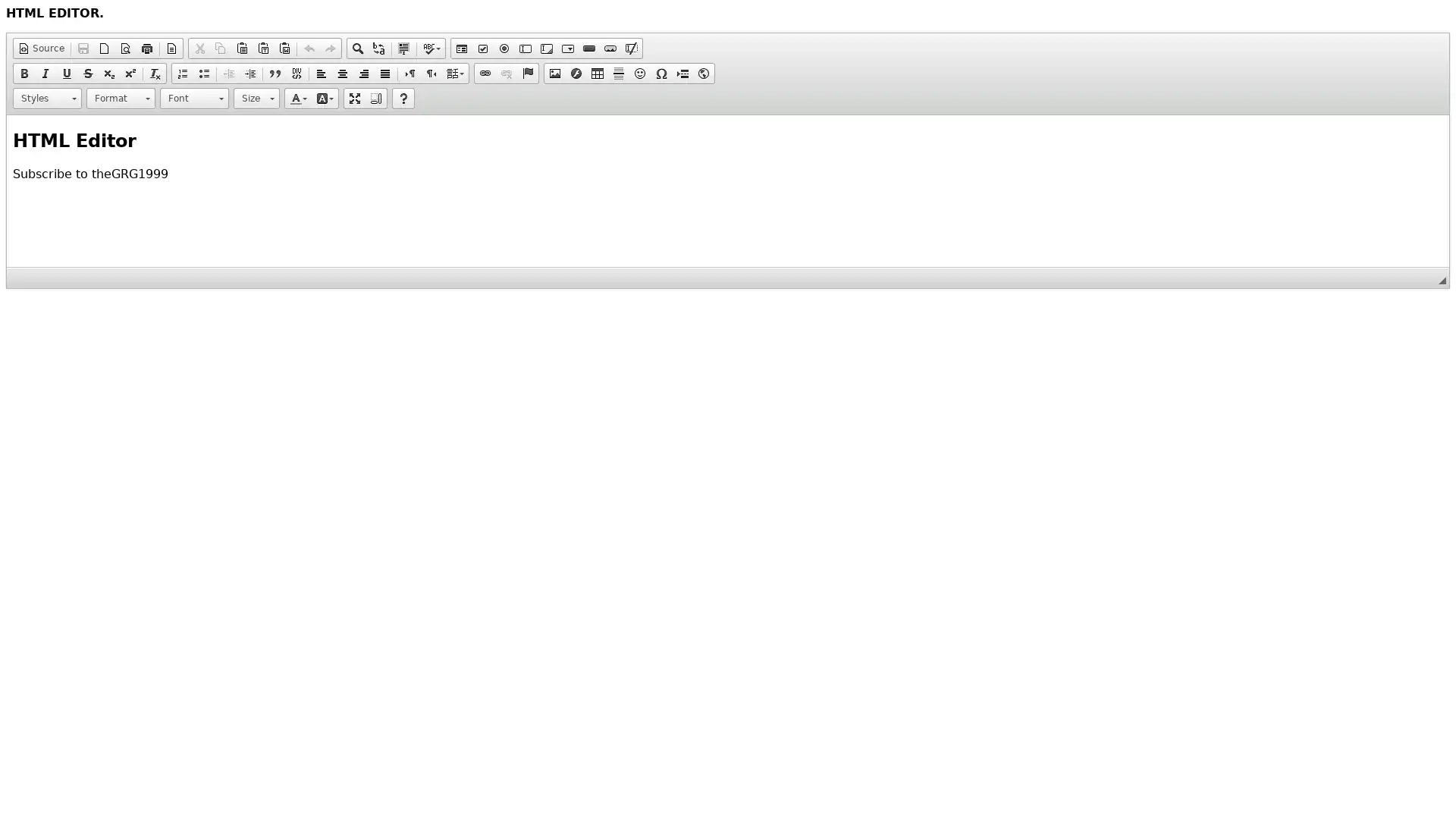 Image resolution: width=1456 pixels, height=819 pixels. Describe the element at coordinates (86, 73) in the screenshot. I see `Strike Through` at that location.